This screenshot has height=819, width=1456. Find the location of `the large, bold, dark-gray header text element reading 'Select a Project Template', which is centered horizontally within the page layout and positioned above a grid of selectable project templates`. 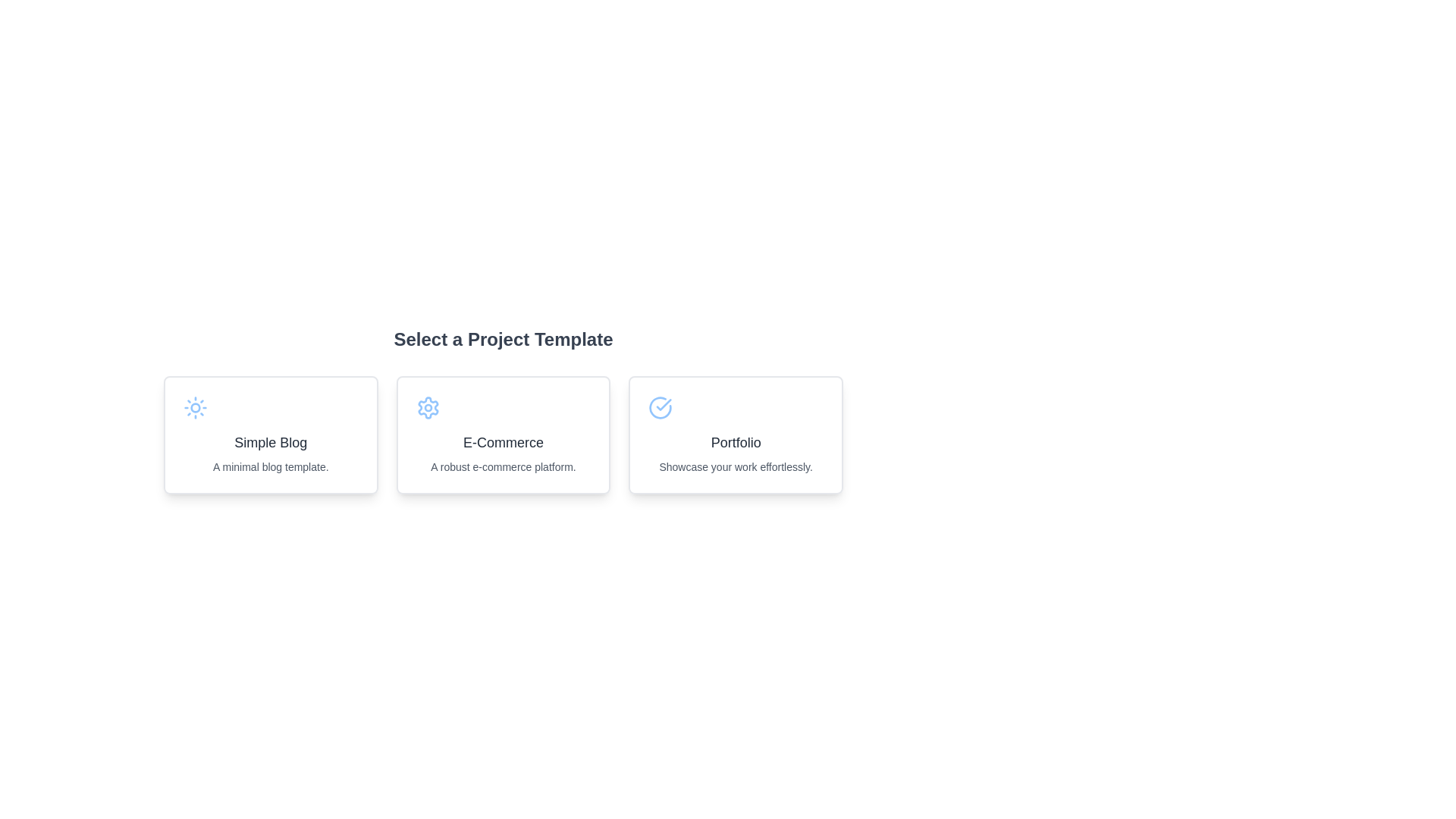

the large, bold, dark-gray header text element reading 'Select a Project Template', which is centered horizontally within the page layout and positioned above a grid of selectable project templates is located at coordinates (503, 338).